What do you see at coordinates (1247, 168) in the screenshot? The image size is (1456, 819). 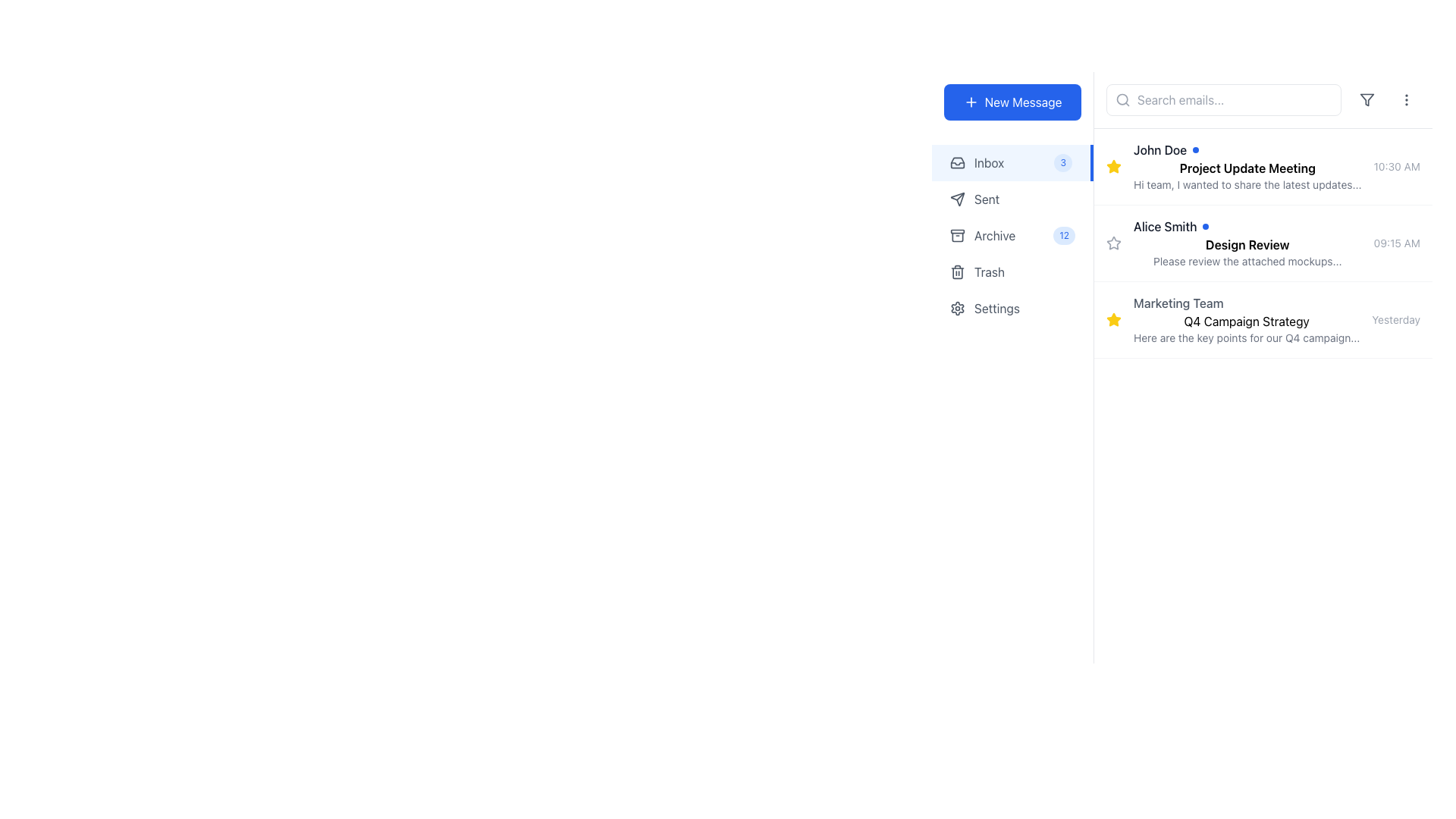 I see `the 'Project Update Meeting' text label in bold font, which is displayed as a title under the sender's name in the email preview from 'John Doe'` at bounding box center [1247, 168].